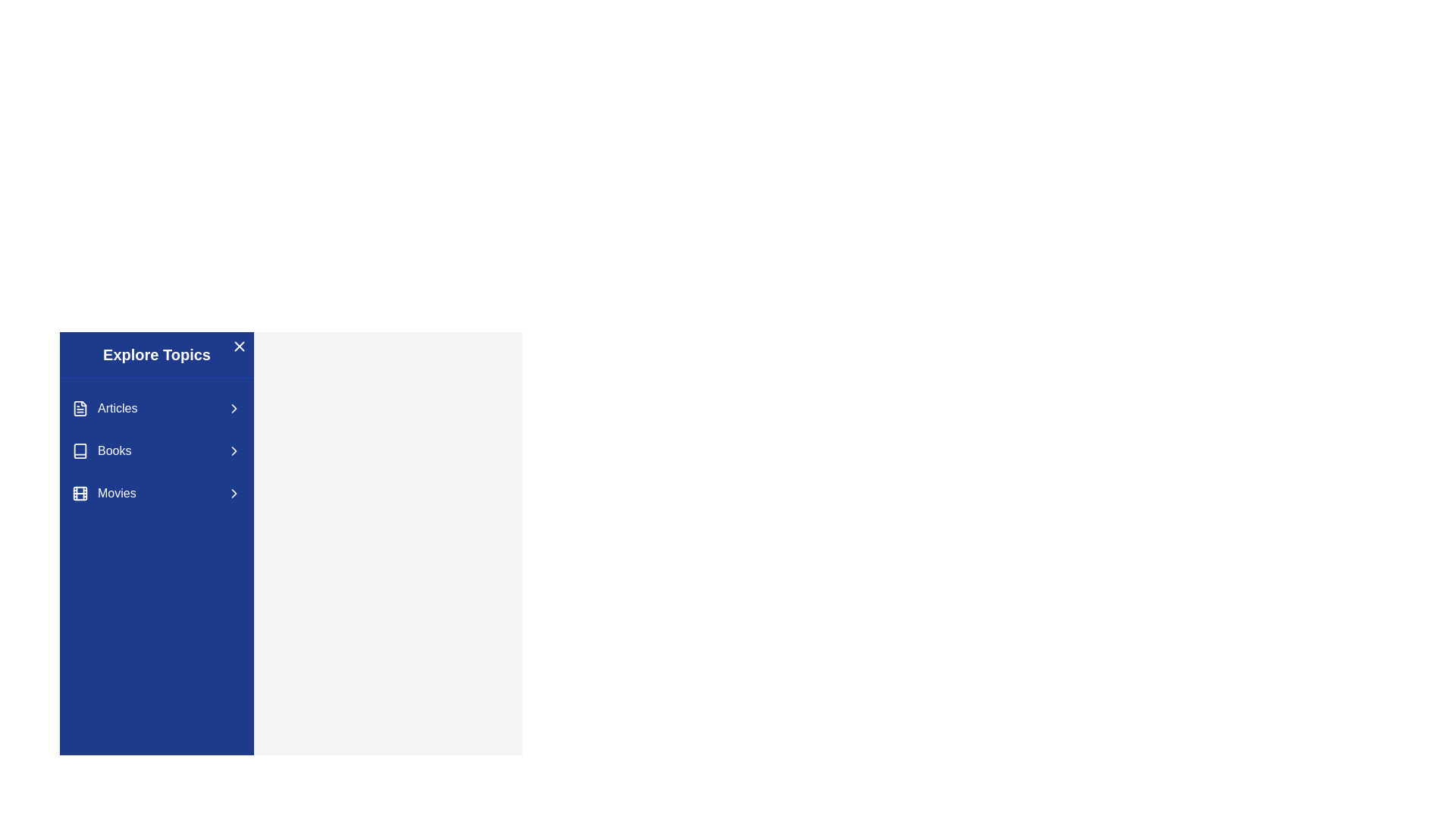  I want to click on the bold text label reading 'Explore Topics' located at the top of the vertical navigation menu with a blue background, so click(156, 354).